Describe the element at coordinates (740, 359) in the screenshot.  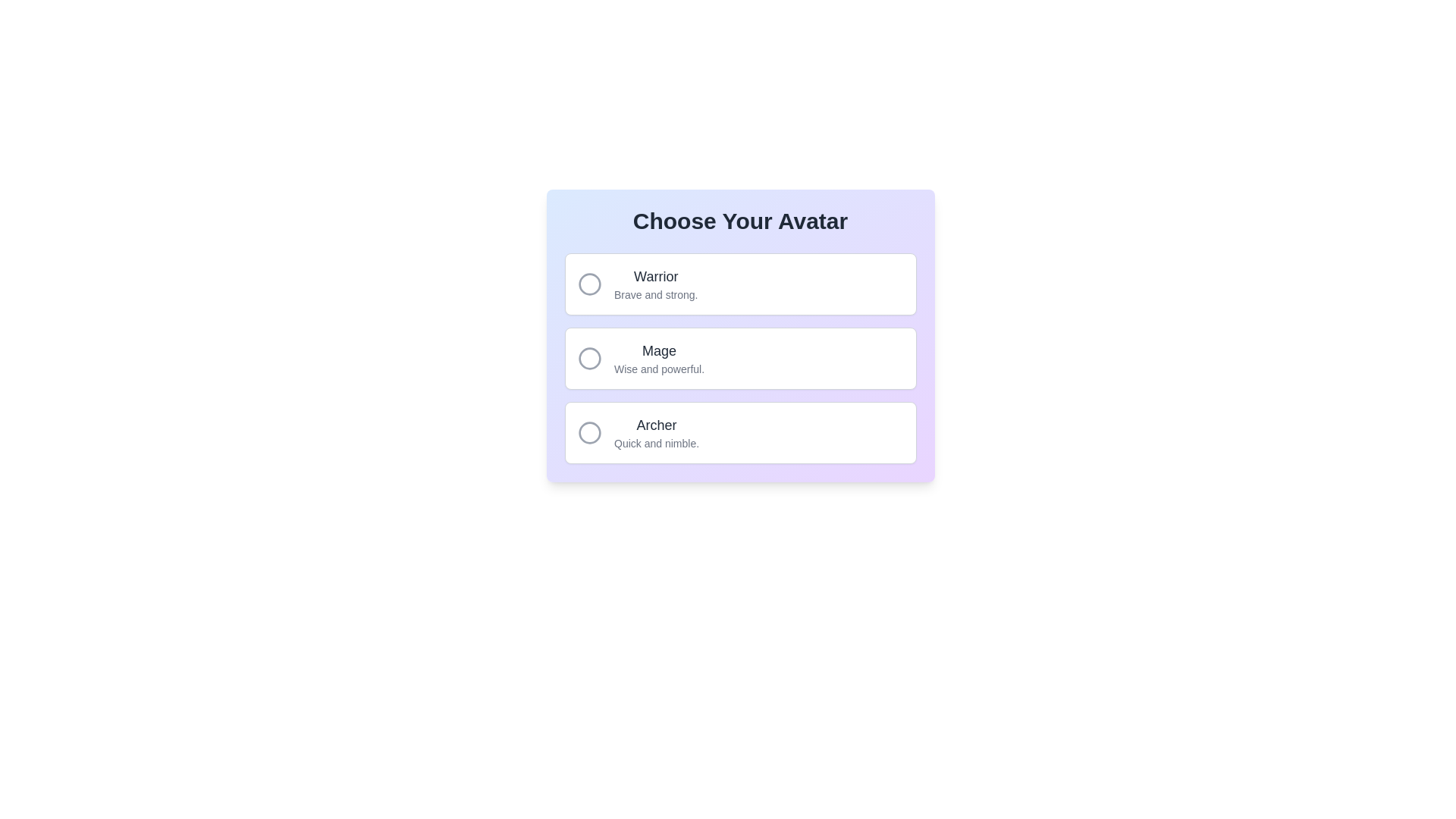
I see `the 'Mage' avatar option, which is the second card in the vertical stack under 'Choose Your Avatar.'` at that location.